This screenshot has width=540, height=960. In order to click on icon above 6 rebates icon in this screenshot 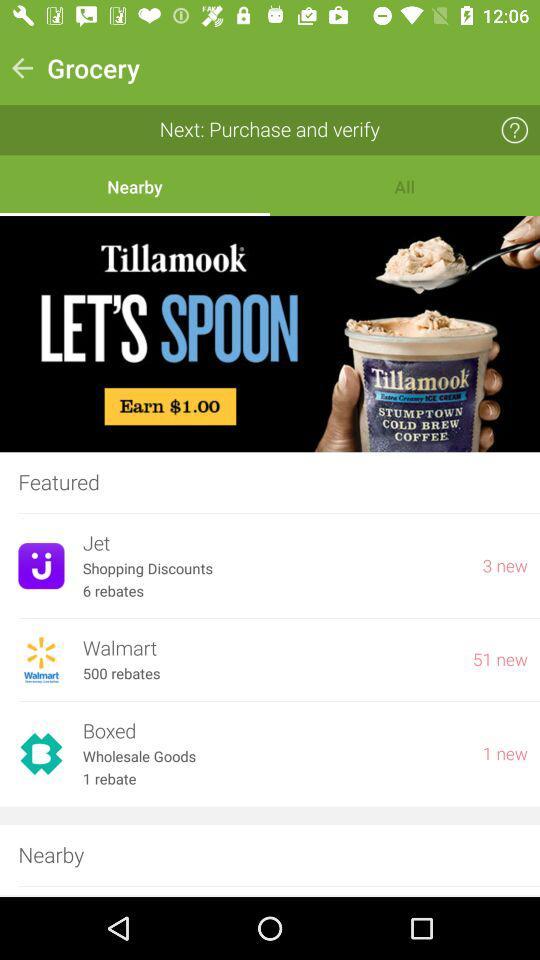, I will do `click(272, 569)`.